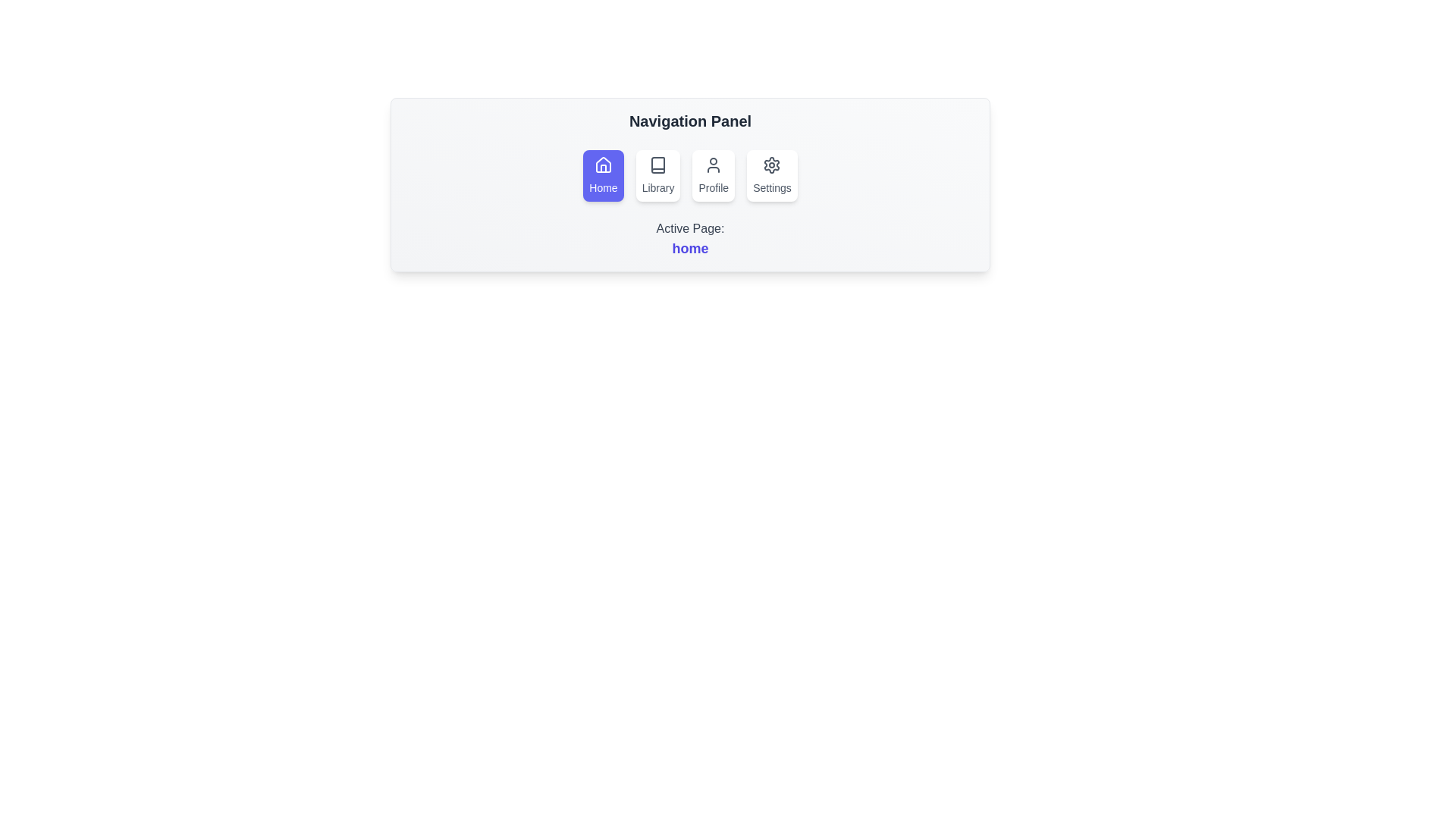 The height and width of the screenshot is (819, 1456). Describe the element at coordinates (772, 187) in the screenshot. I see `the text label that provides information about the settings button, located at the bottom center of the circular button with a gear icon in the fourth position of the top-horizontal navigation panel` at that location.